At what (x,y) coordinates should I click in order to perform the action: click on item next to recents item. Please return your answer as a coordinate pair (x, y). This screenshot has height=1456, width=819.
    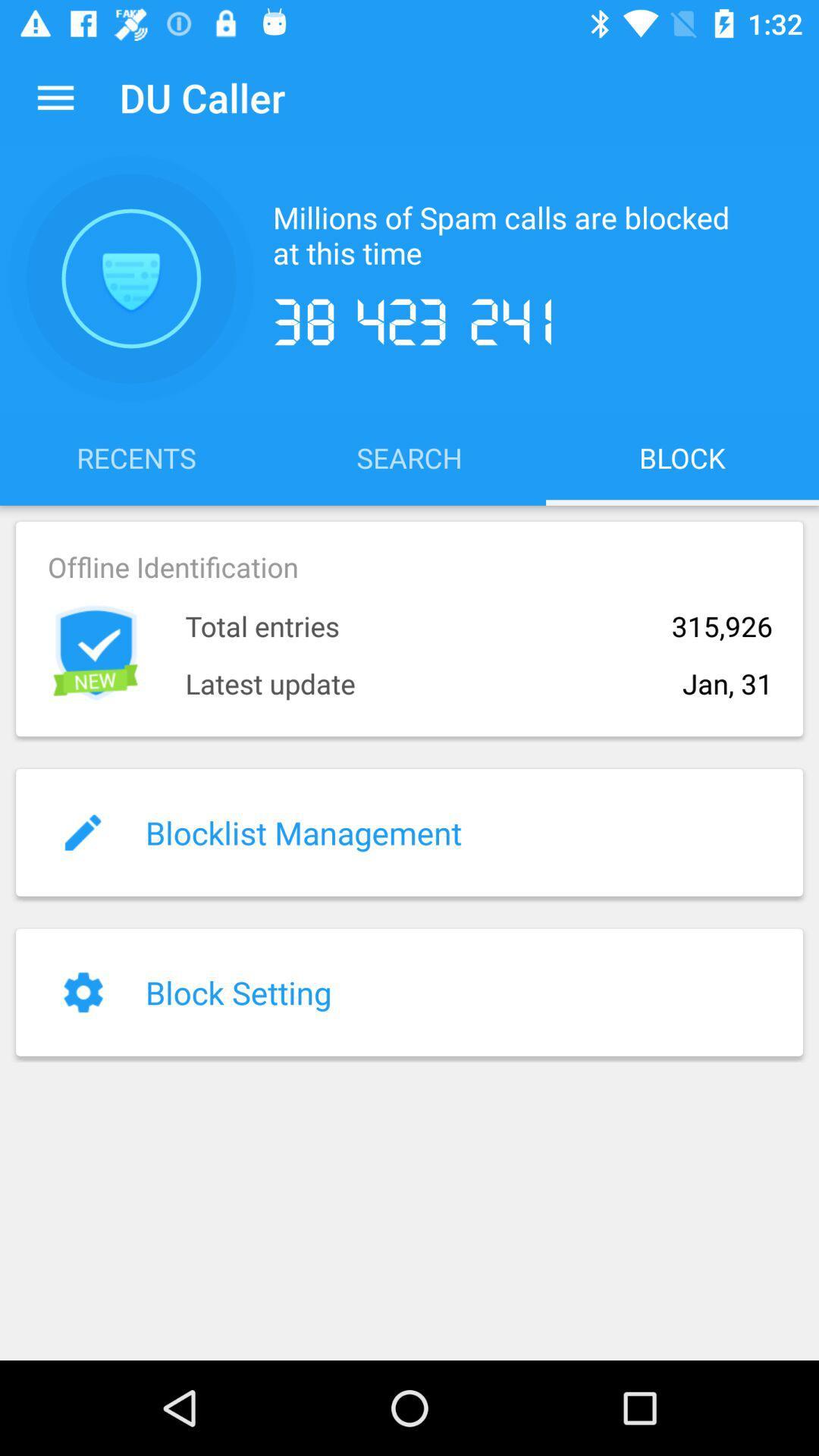
    Looking at the image, I should click on (409, 457).